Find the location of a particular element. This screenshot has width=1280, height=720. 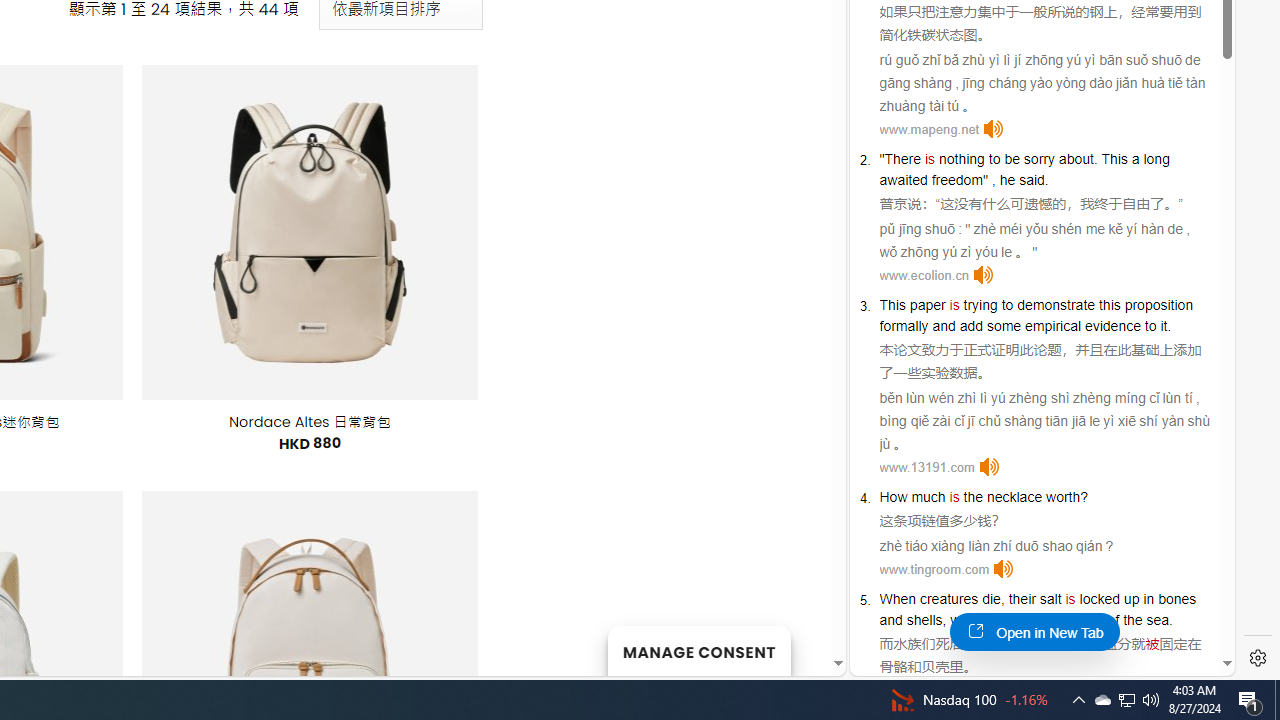

'www.tingroom.com' is located at coordinates (933, 569).